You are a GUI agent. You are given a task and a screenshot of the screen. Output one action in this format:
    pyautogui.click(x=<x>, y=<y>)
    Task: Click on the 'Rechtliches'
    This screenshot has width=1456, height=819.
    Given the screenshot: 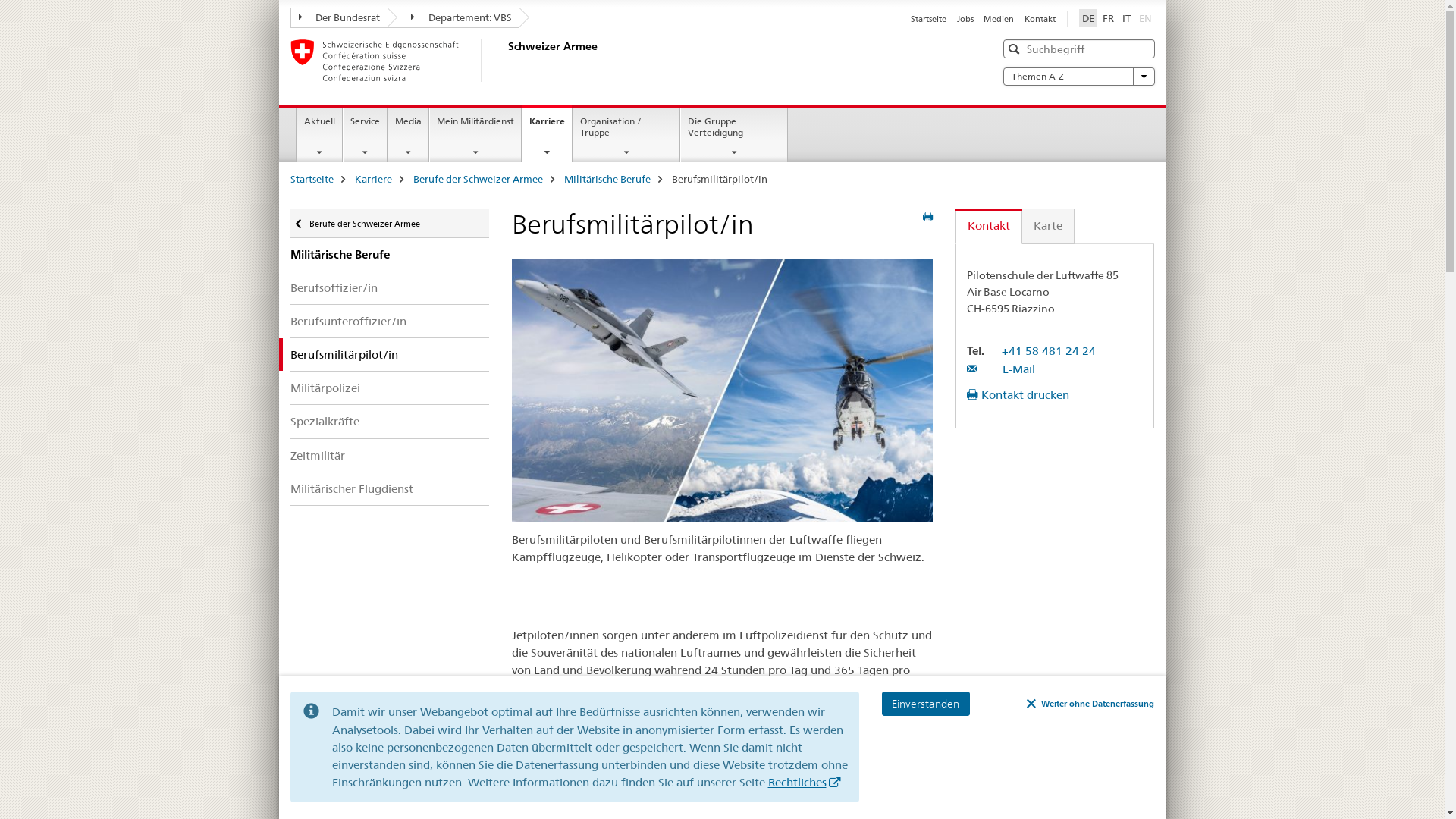 What is the action you would take?
    pyautogui.click(x=802, y=782)
    